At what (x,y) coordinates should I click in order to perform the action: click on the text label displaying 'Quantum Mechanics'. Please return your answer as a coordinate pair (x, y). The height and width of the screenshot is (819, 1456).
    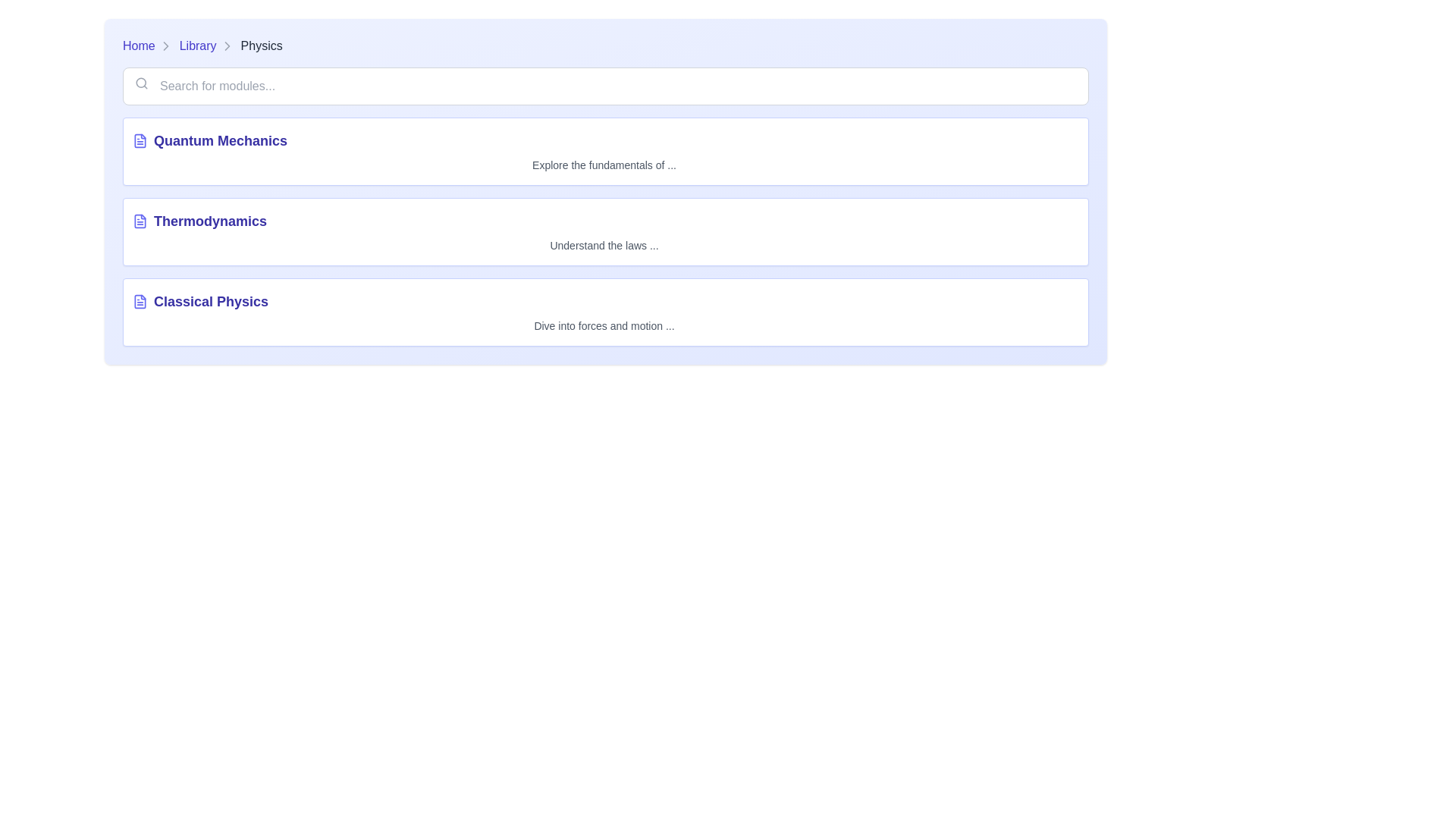
    Looking at the image, I should click on (220, 140).